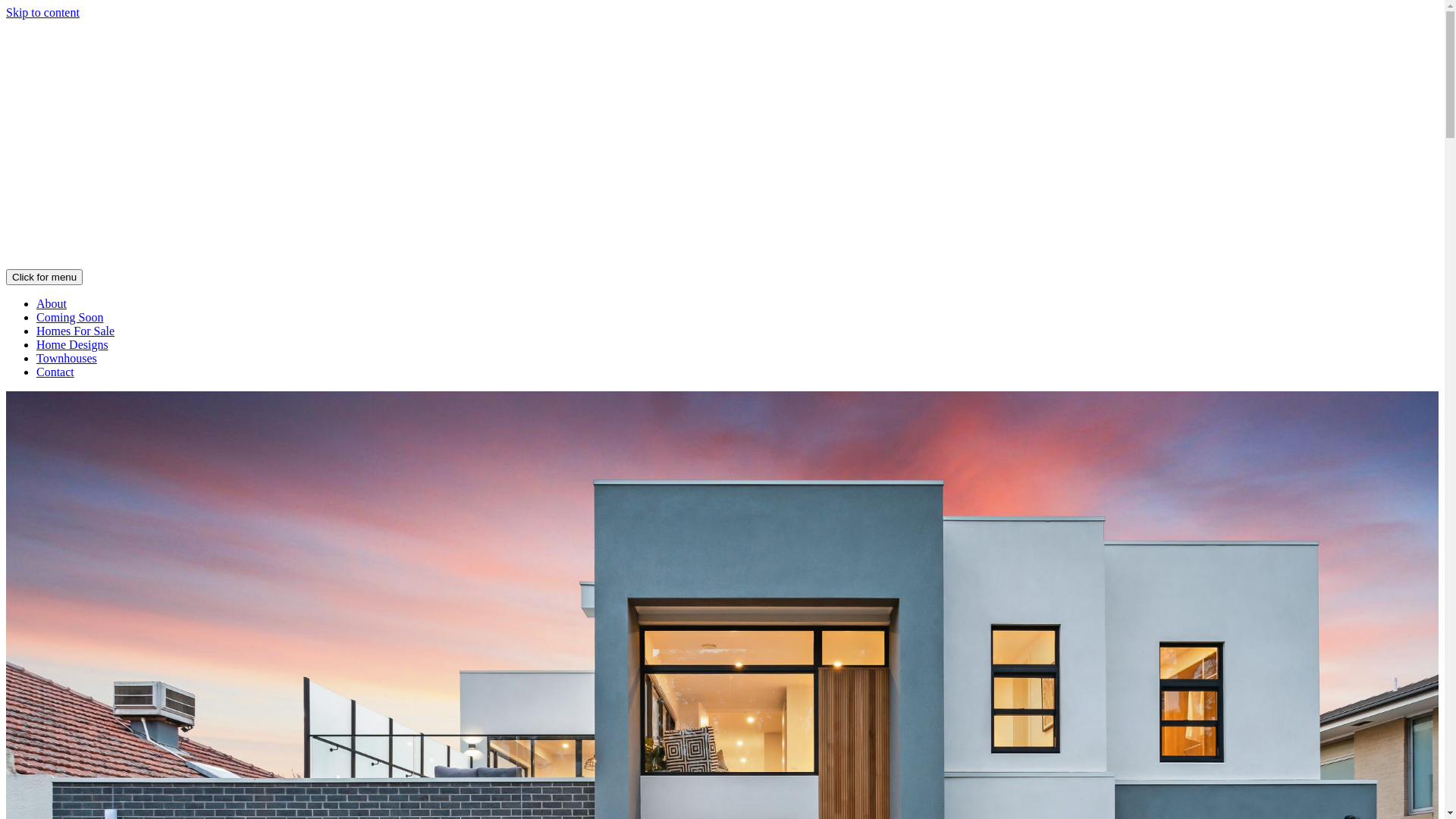  I want to click on 'Skip to content', so click(42, 12).